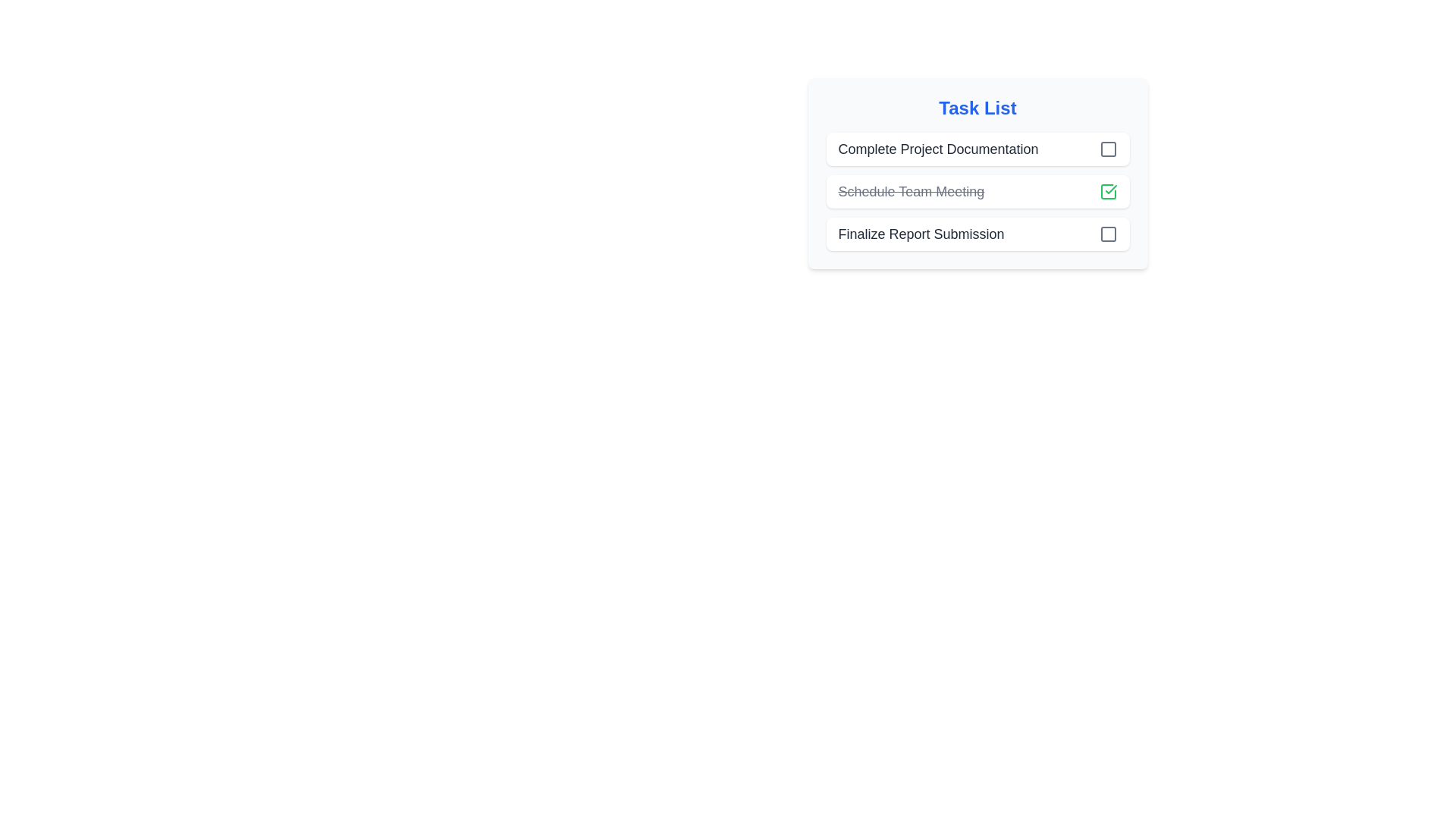  I want to click on the task item display titled 'Schedule Team Meeting', which has a strikethrough effect indicating completion and a green checkmark box on the right, so click(977, 172).